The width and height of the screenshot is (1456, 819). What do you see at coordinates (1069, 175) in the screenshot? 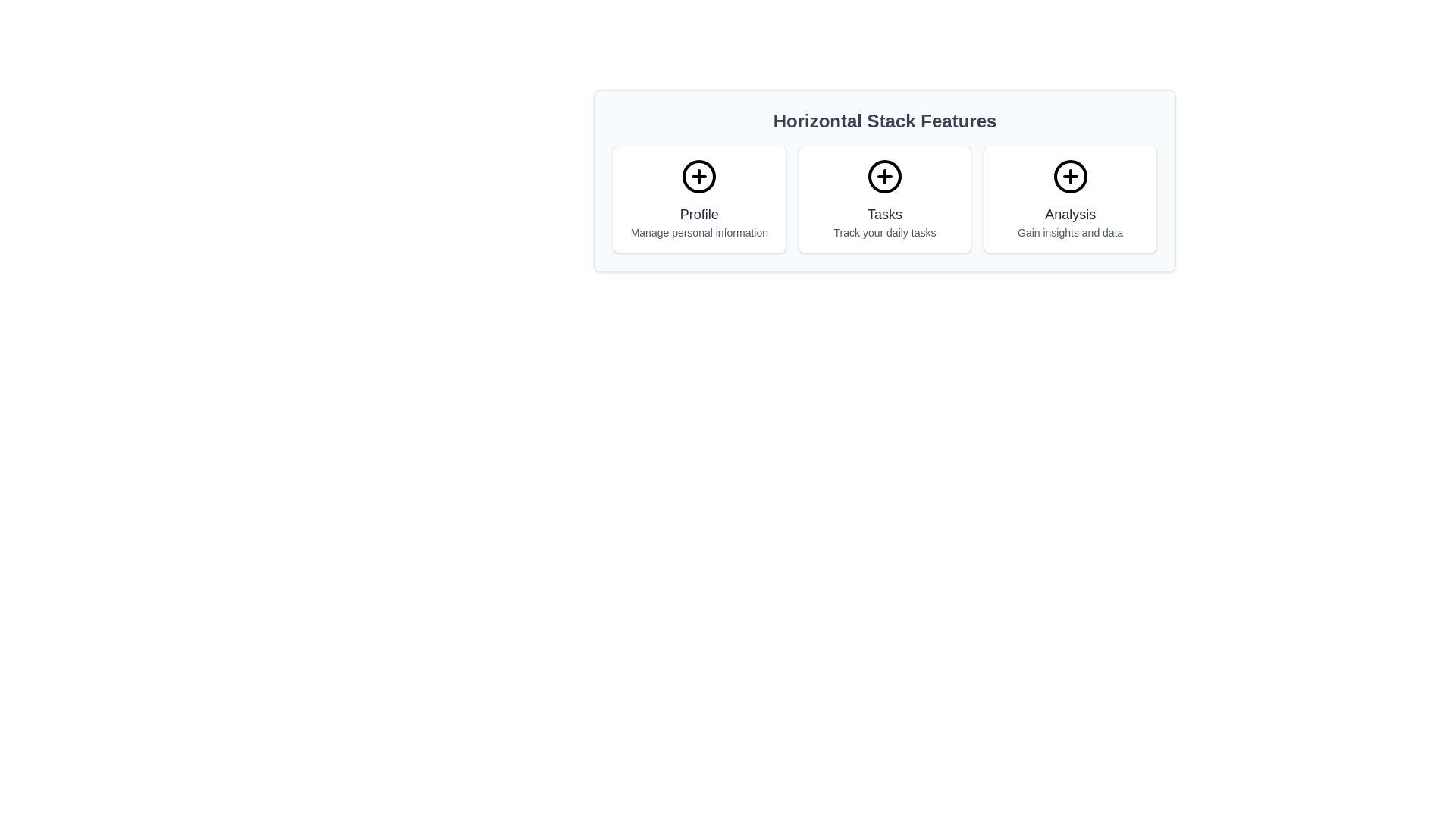
I see `the interactive icon for the 'Analysis' card, which is located at the top center above the text elements 'Analysis' and 'Gain insights and data'` at bounding box center [1069, 175].